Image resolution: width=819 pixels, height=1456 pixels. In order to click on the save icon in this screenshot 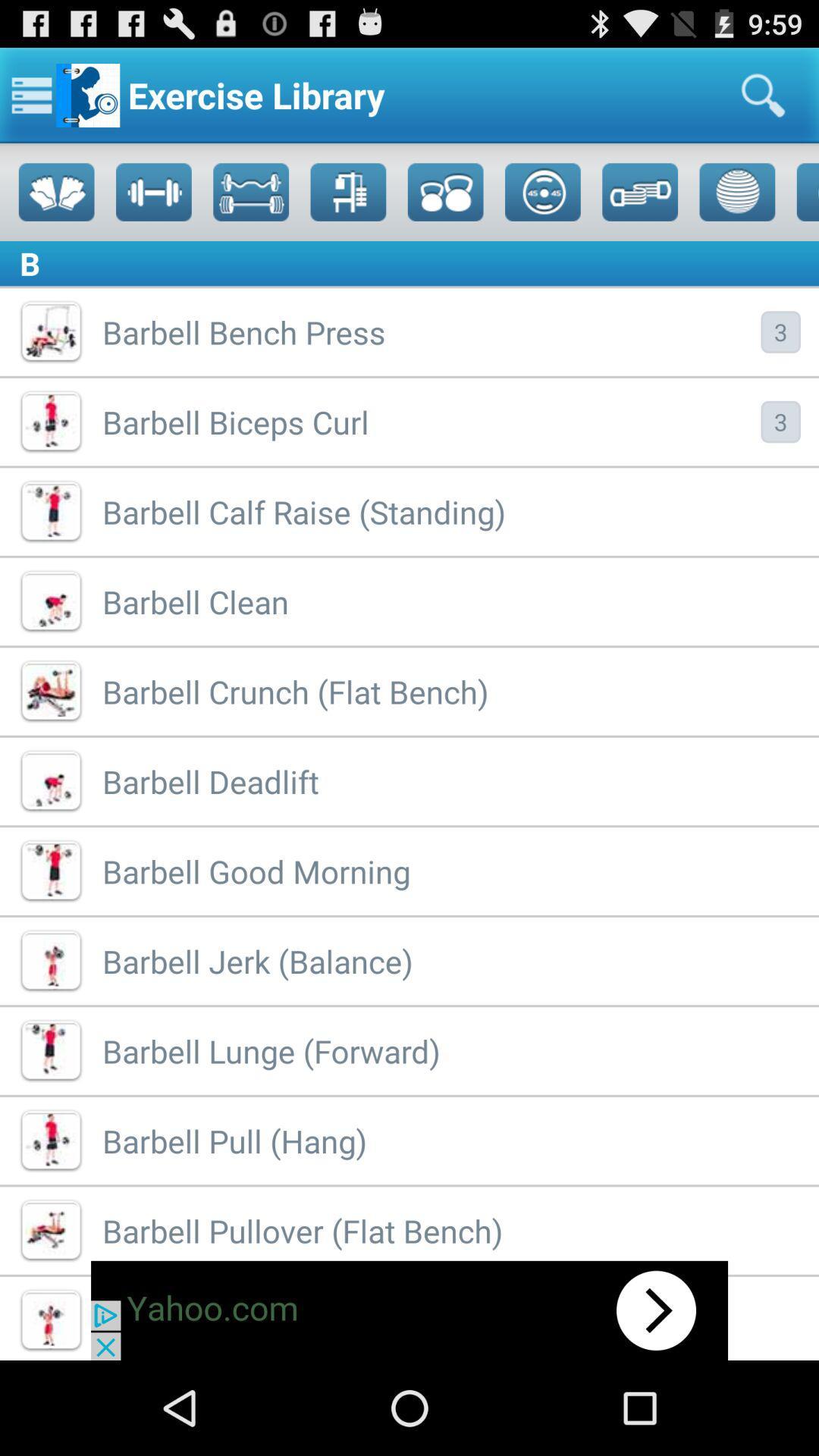, I will do `click(153, 205)`.